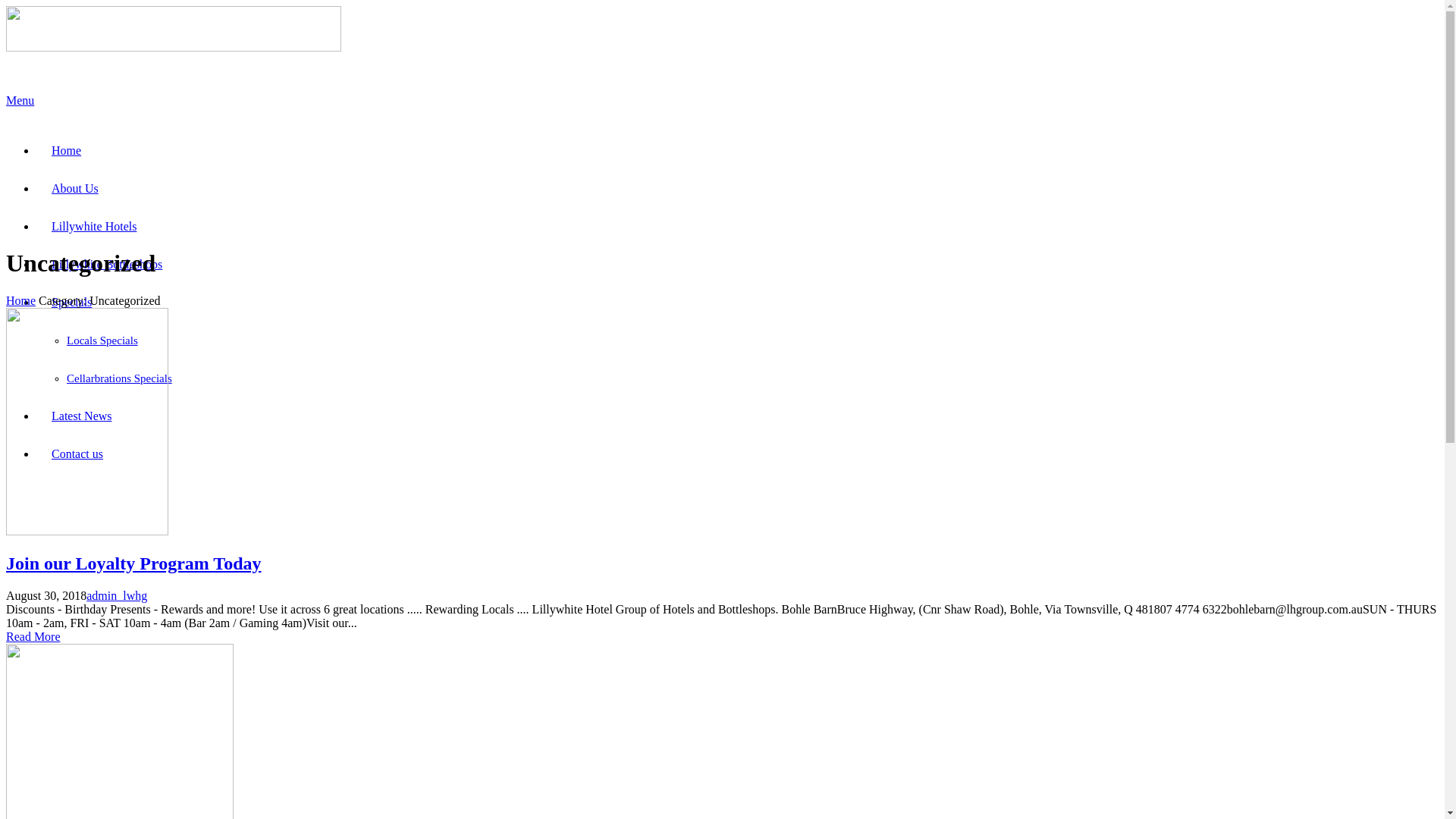 The image size is (1456, 819). I want to click on 'Read More', so click(33, 636).